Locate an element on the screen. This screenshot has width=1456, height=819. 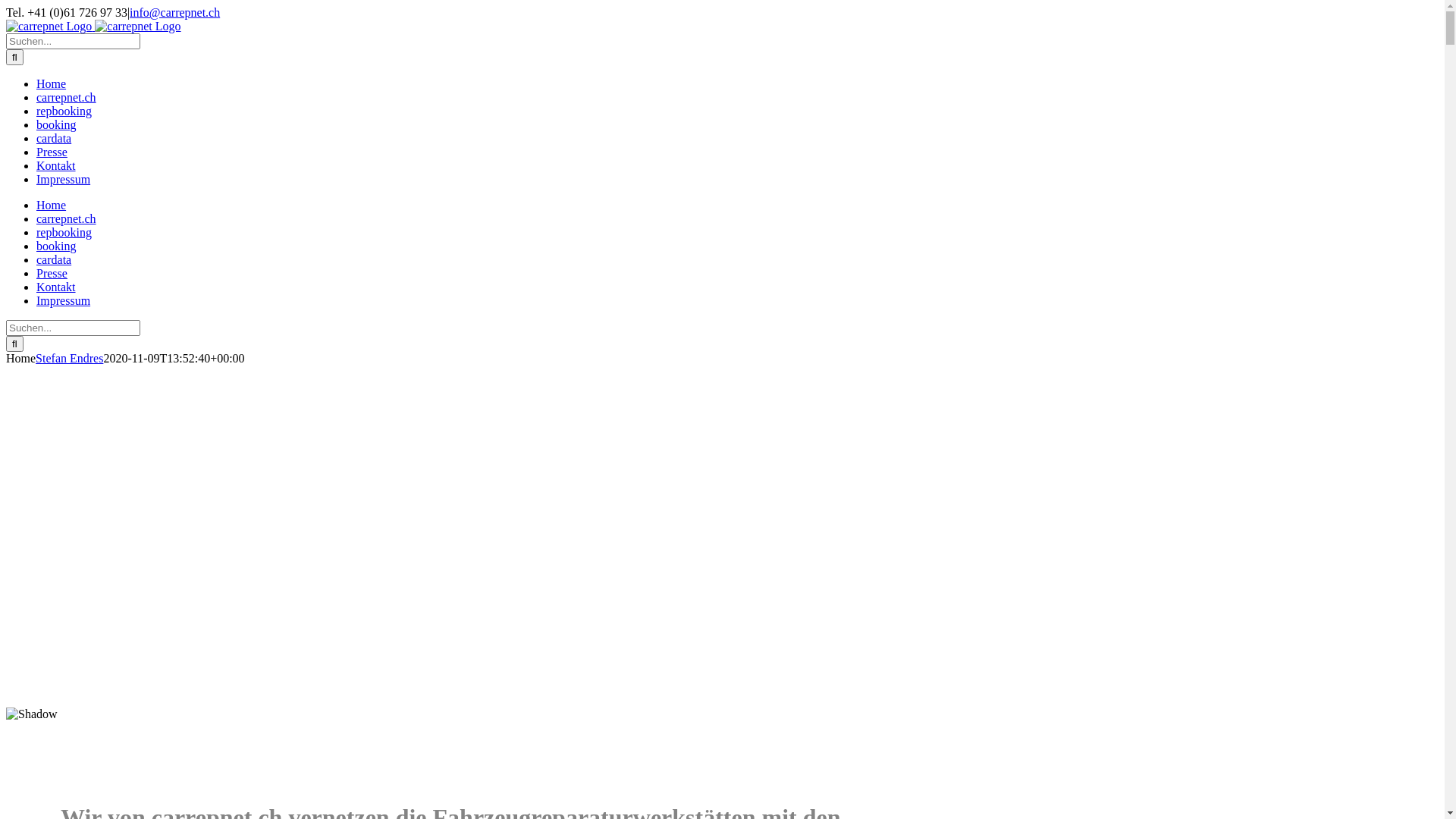
'repbooking' is located at coordinates (63, 110).